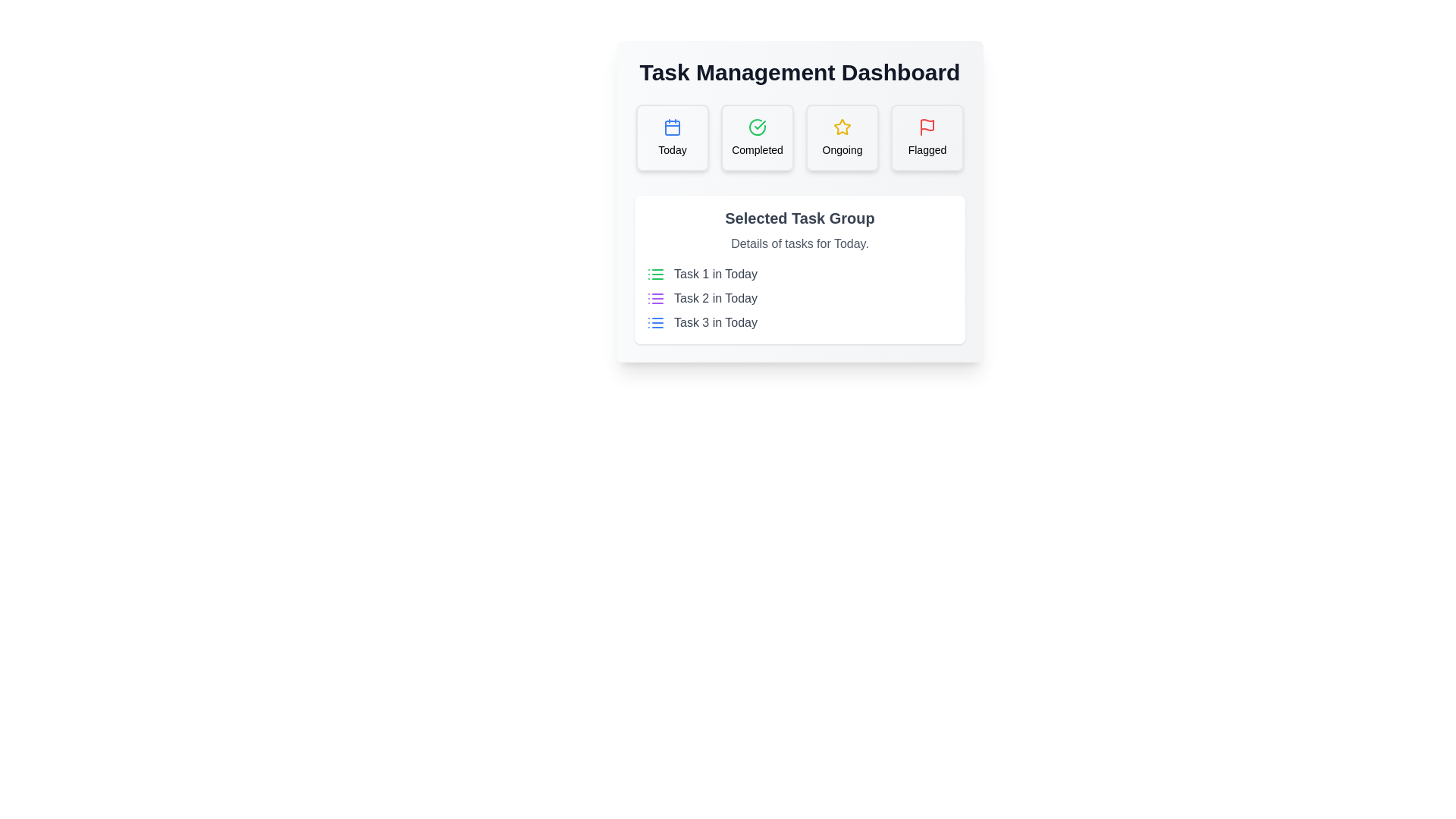 The width and height of the screenshot is (1456, 819). Describe the element at coordinates (927, 124) in the screenshot. I see `the red-flag-shaped SVG graphic icon representing the 'Flagged' option located within the fourth button of the action buttons at the top of the task management dashboard` at that location.